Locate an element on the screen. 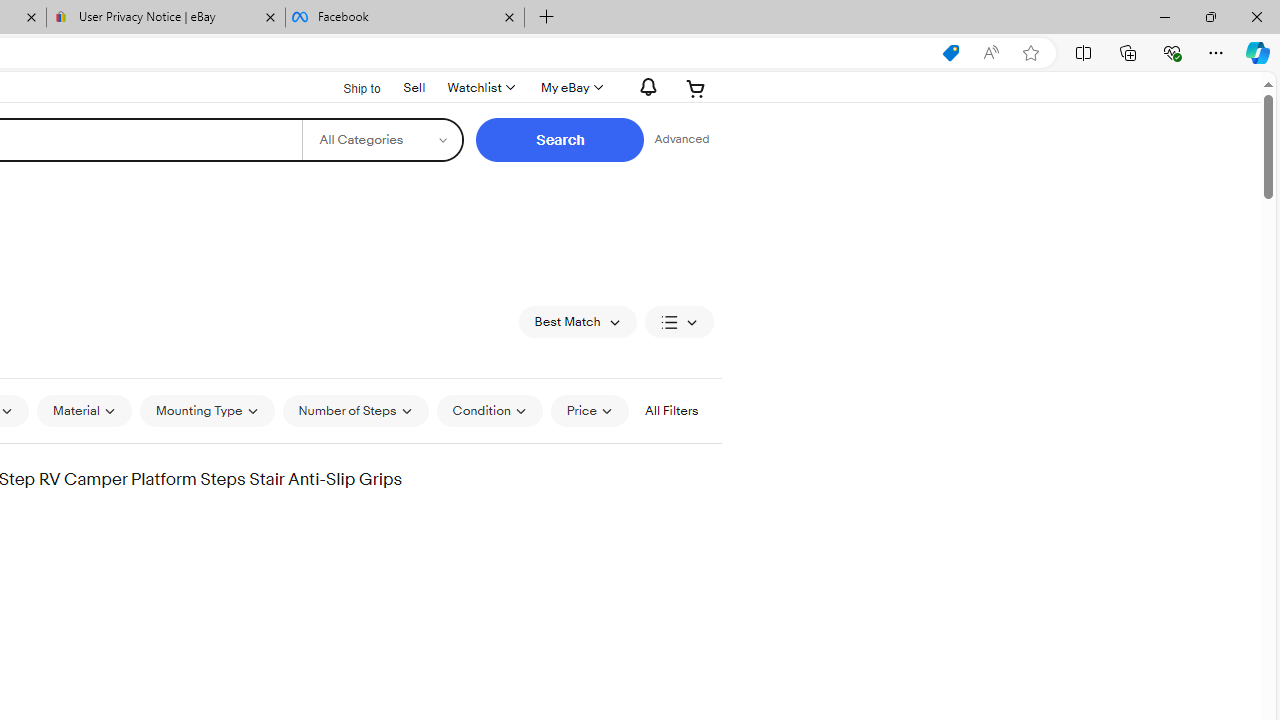 The image size is (1280, 720). 'Sell' is located at coordinates (413, 86).